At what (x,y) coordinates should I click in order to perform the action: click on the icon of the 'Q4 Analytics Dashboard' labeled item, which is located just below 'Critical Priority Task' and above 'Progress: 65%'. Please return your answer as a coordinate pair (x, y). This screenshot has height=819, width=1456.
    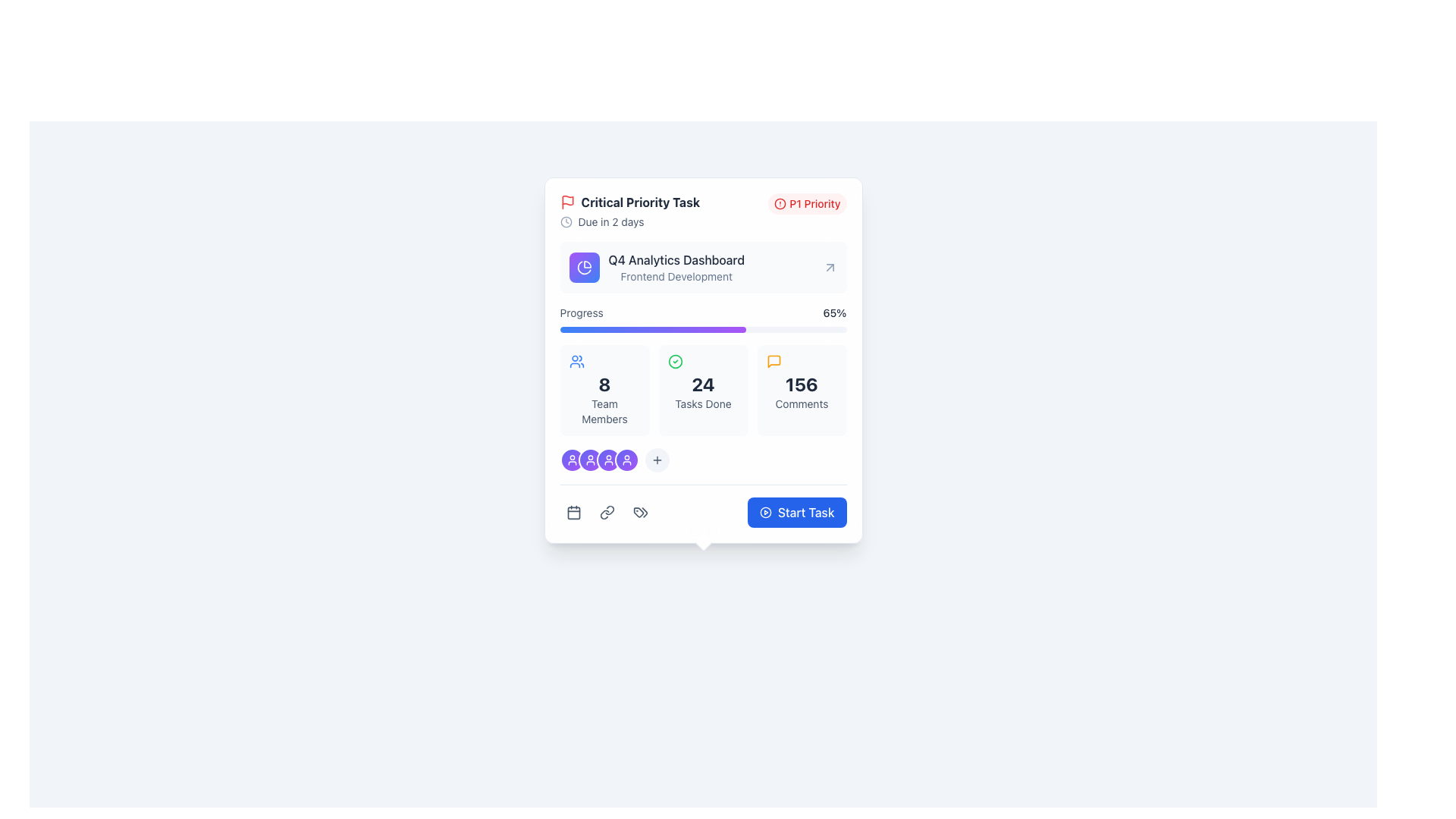
    Looking at the image, I should click on (657, 267).